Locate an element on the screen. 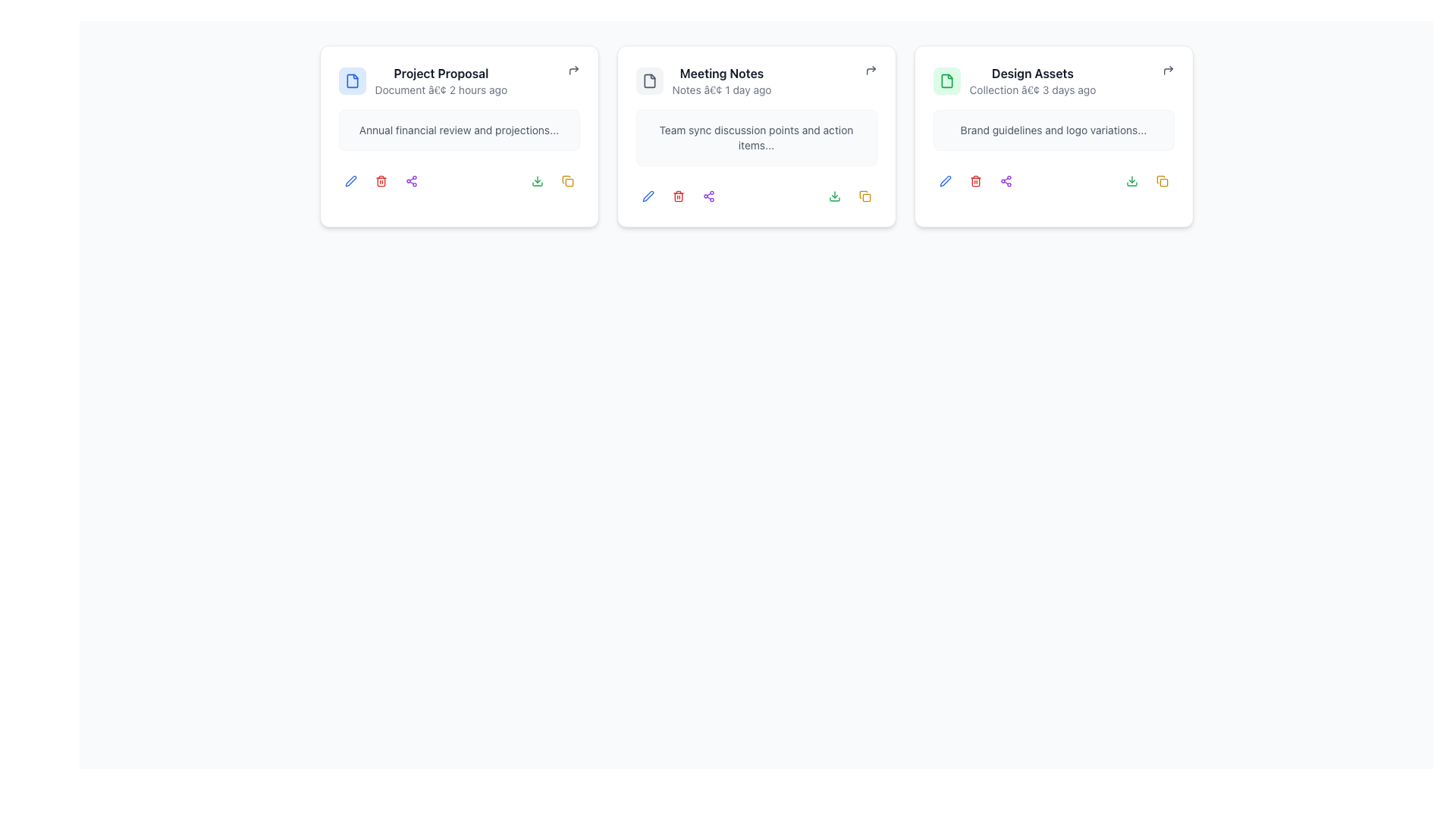  the 'Design Assets' interactive card, which is the third card in a three-column grid layout is located at coordinates (1053, 136).